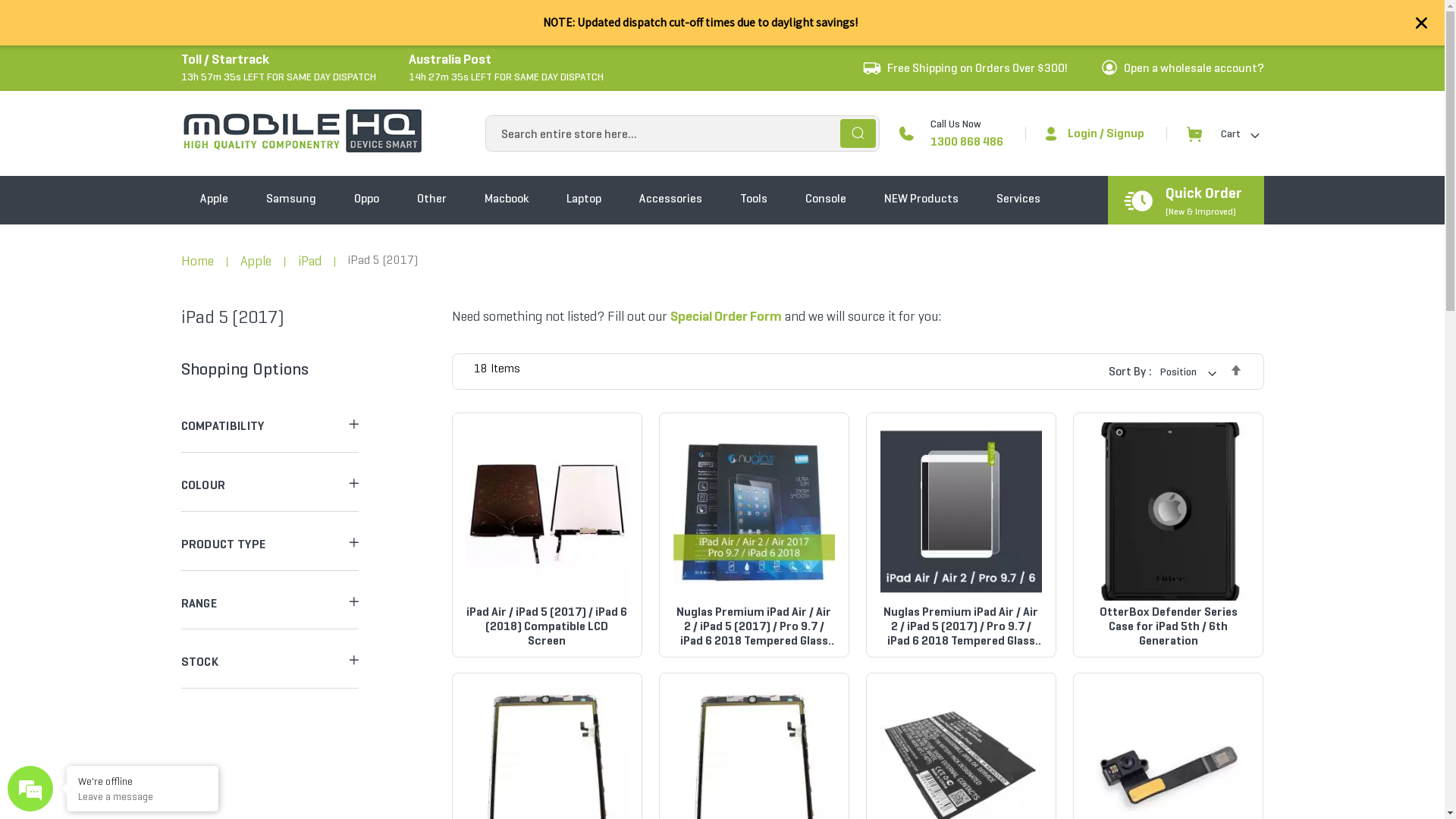 Image resolution: width=1456 pixels, height=819 pixels. I want to click on 'Macbook', so click(506, 153).